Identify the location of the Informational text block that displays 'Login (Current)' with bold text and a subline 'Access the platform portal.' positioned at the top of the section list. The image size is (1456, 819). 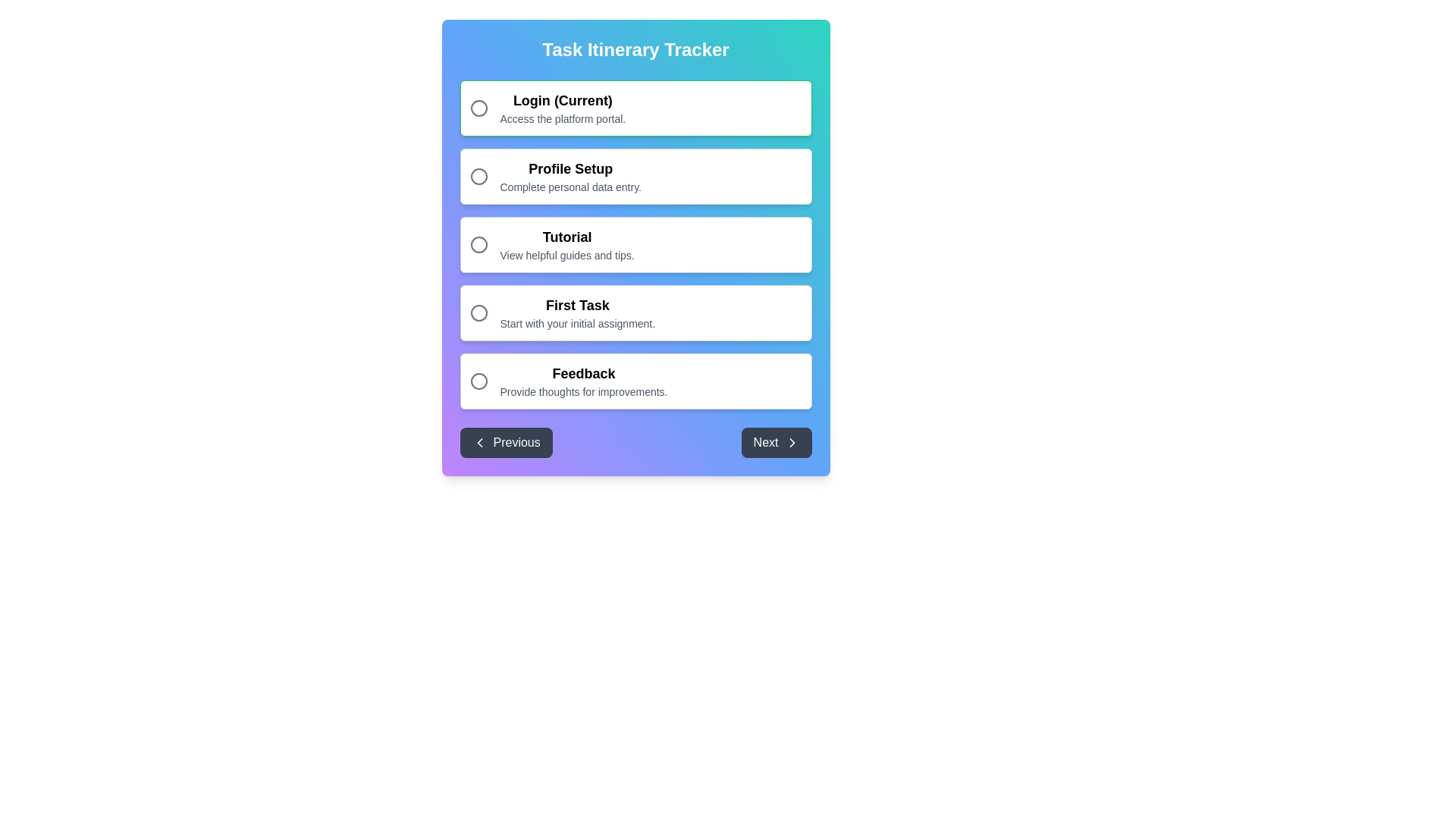
(562, 107).